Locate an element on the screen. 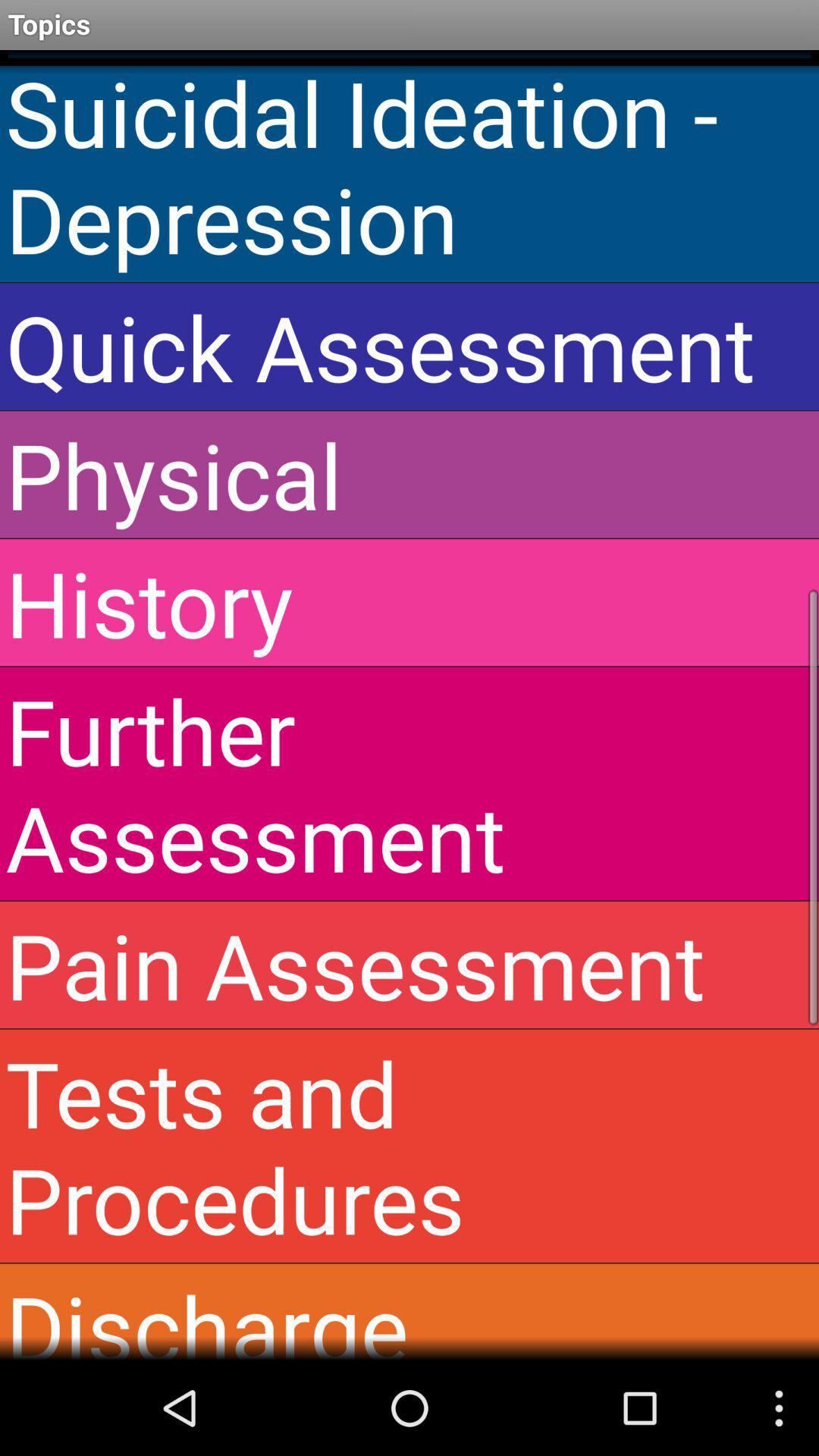 The image size is (819, 1456). icon above discharge instruction app is located at coordinates (409, 1146).